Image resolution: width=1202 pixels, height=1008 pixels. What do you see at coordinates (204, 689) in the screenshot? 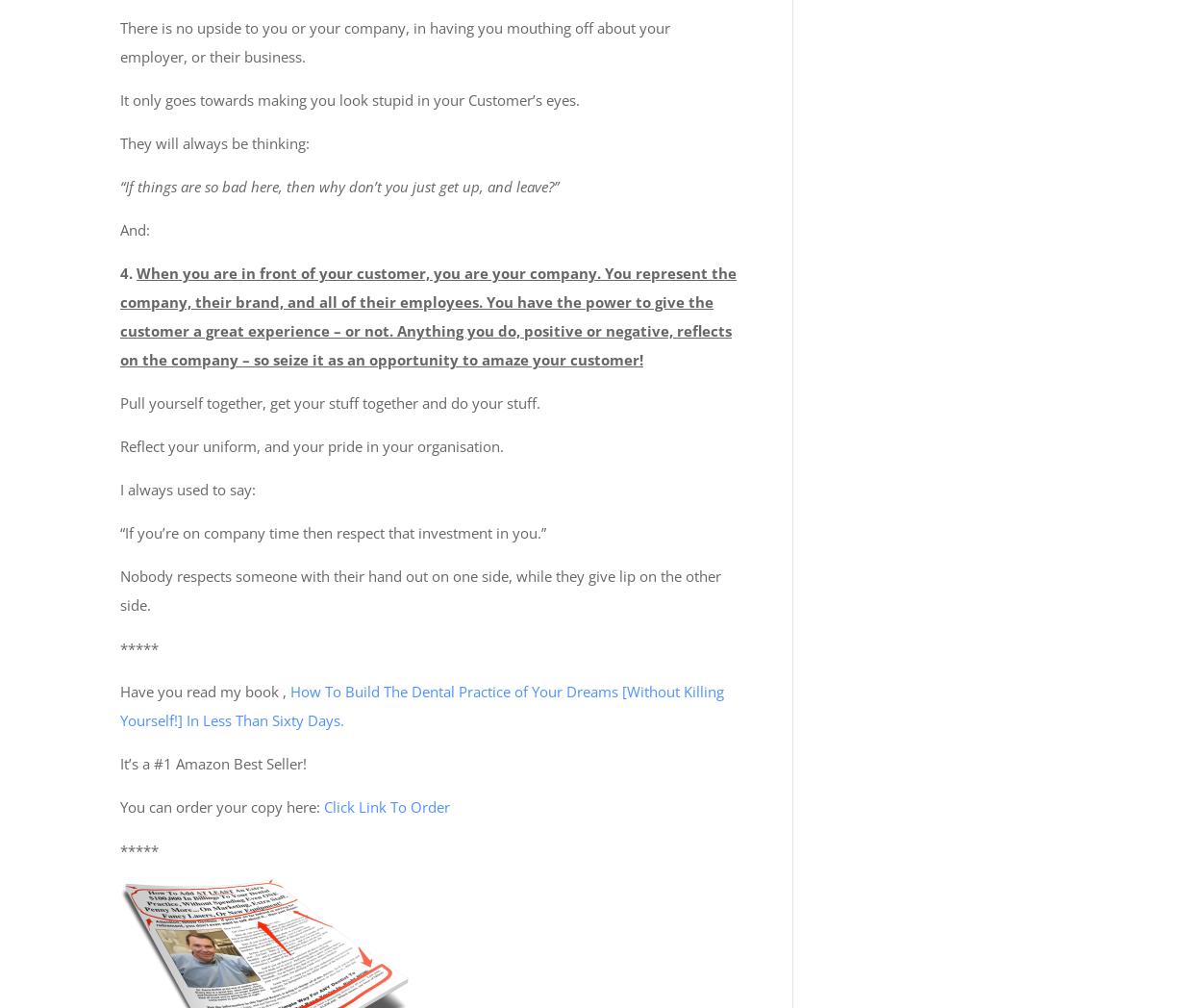
I see `'Have you read my book ,'` at bounding box center [204, 689].